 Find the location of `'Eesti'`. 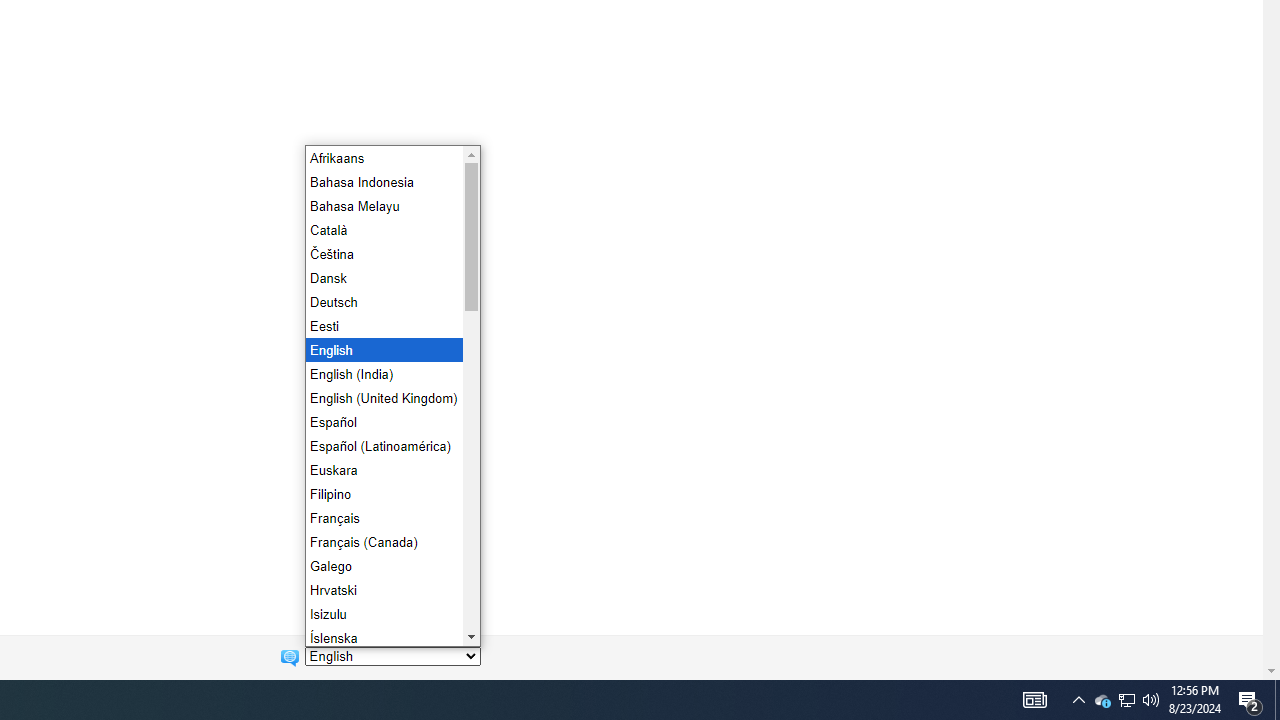

'Eesti' is located at coordinates (382, 324).